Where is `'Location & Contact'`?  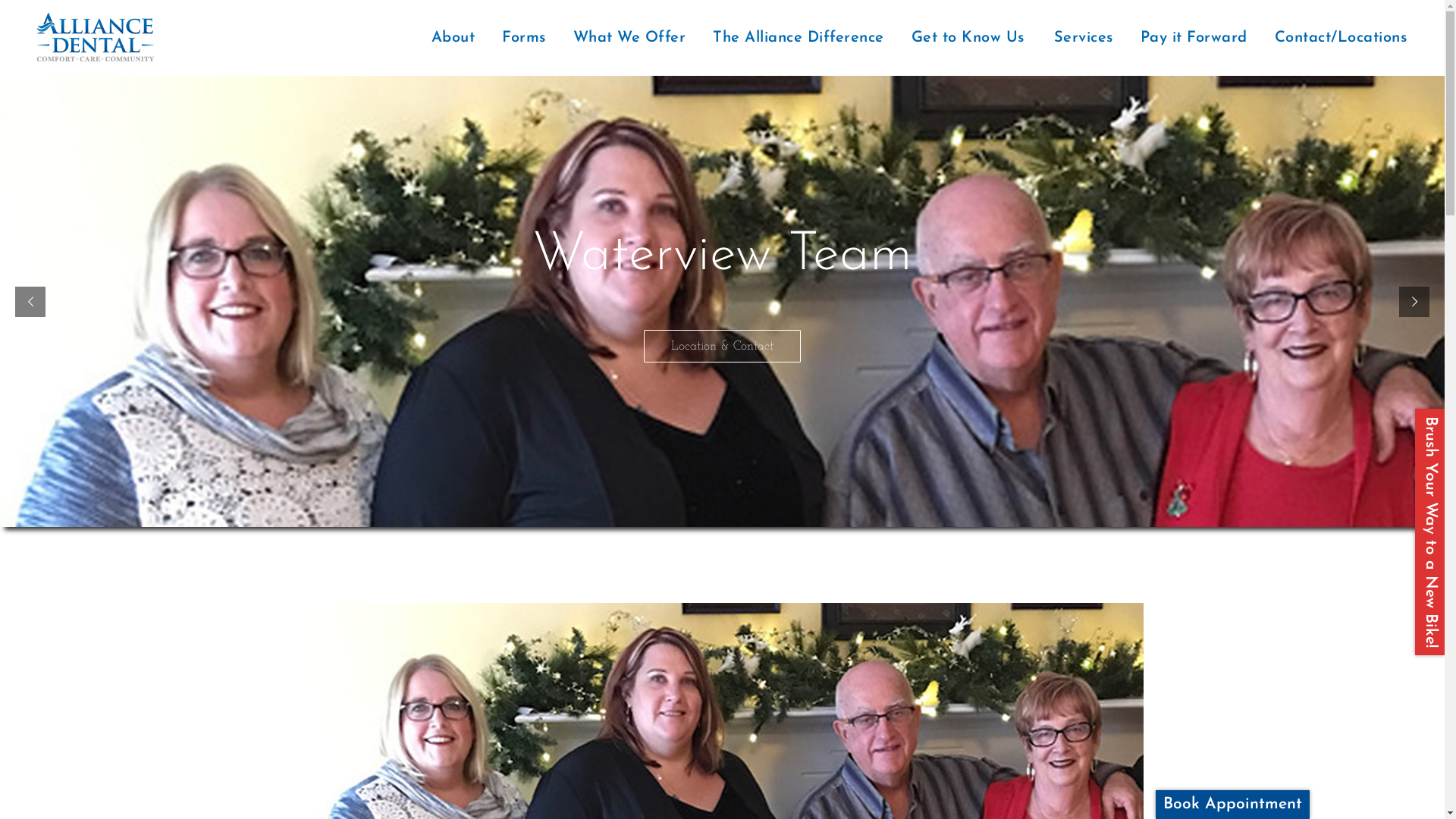
'Location & Contact' is located at coordinates (721, 346).